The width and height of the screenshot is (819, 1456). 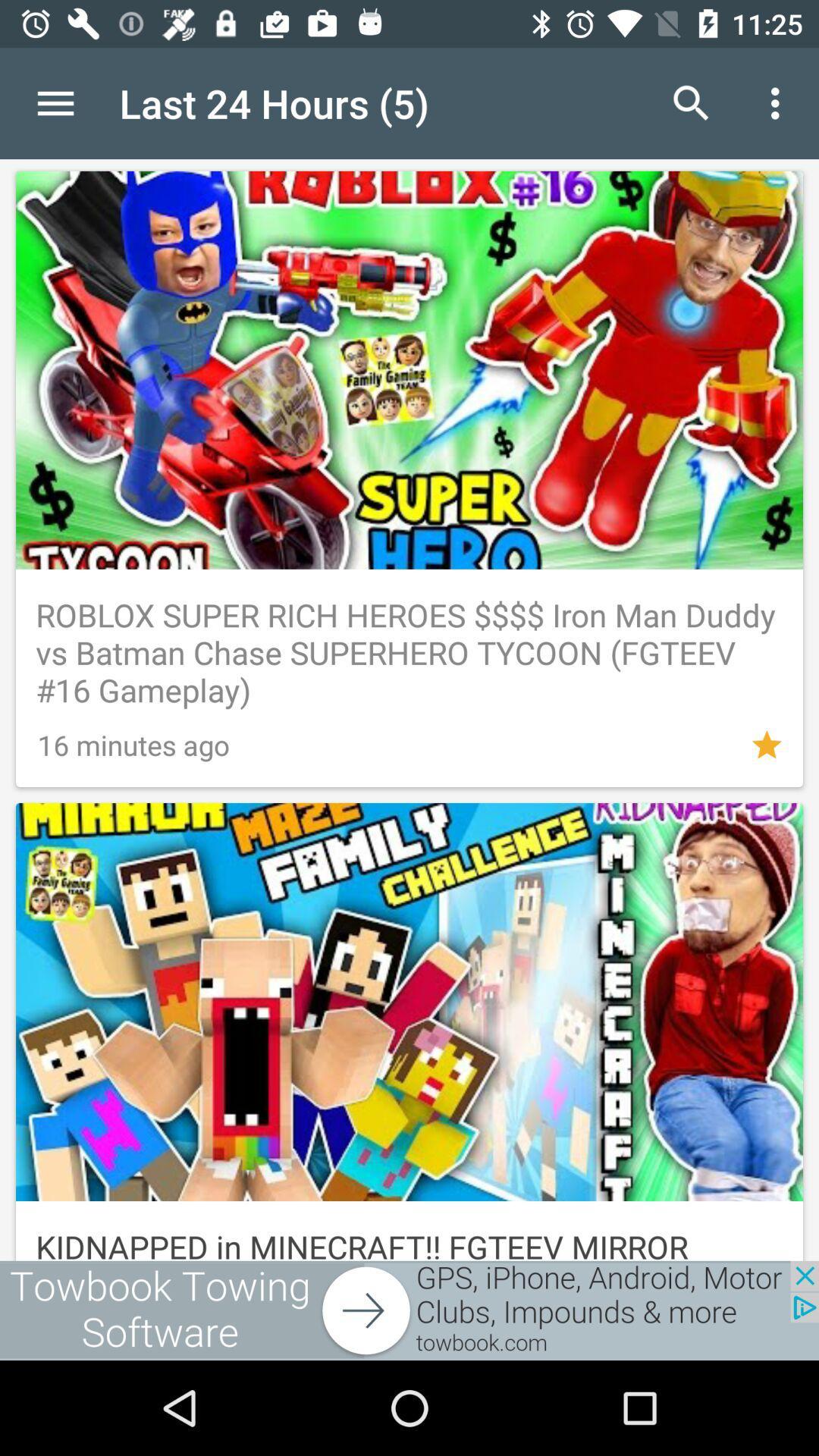 What do you see at coordinates (409, 1310) in the screenshot?
I see `open webpage of displayed advertisement` at bounding box center [409, 1310].